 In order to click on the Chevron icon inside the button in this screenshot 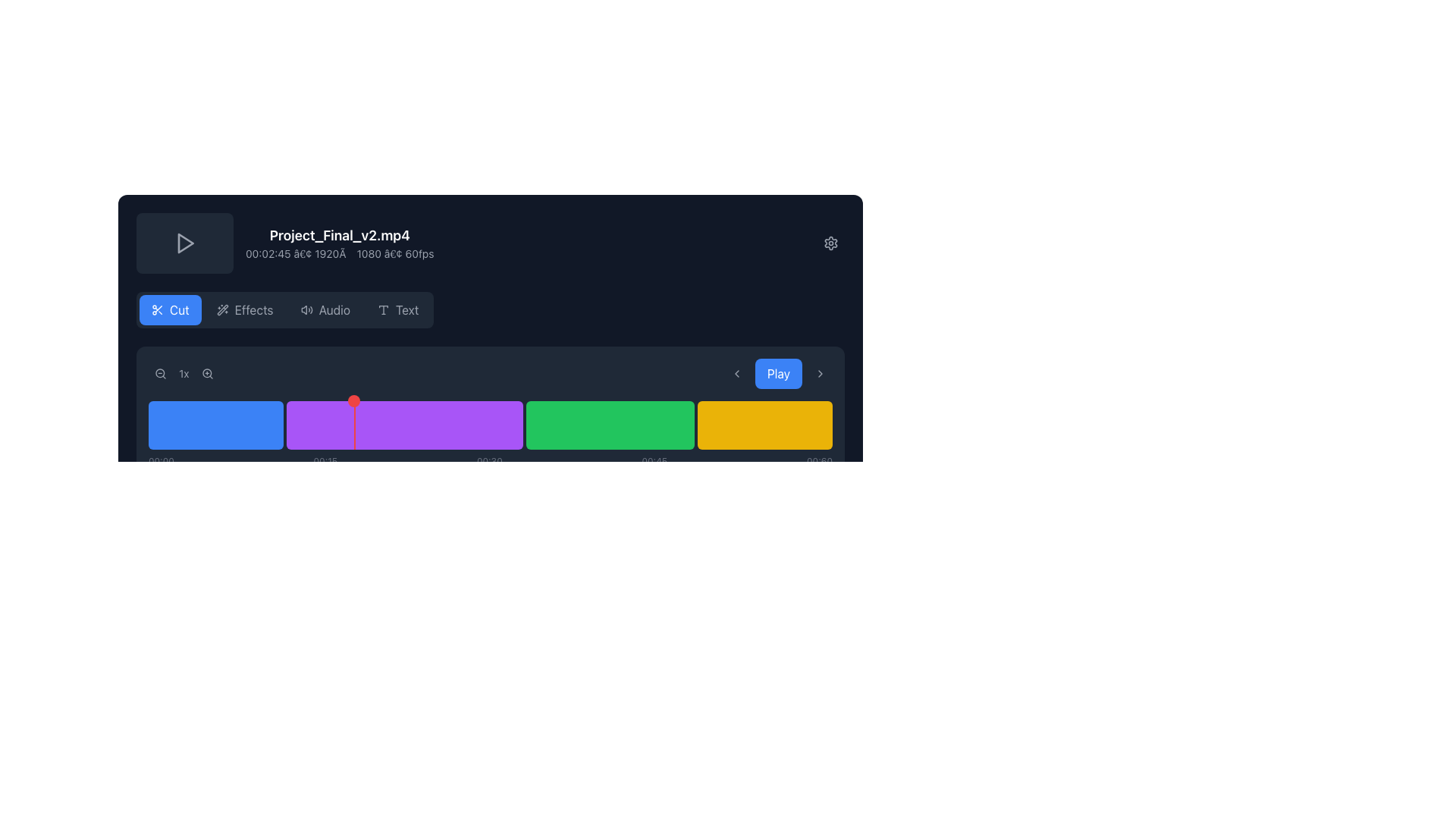, I will do `click(736, 374)`.